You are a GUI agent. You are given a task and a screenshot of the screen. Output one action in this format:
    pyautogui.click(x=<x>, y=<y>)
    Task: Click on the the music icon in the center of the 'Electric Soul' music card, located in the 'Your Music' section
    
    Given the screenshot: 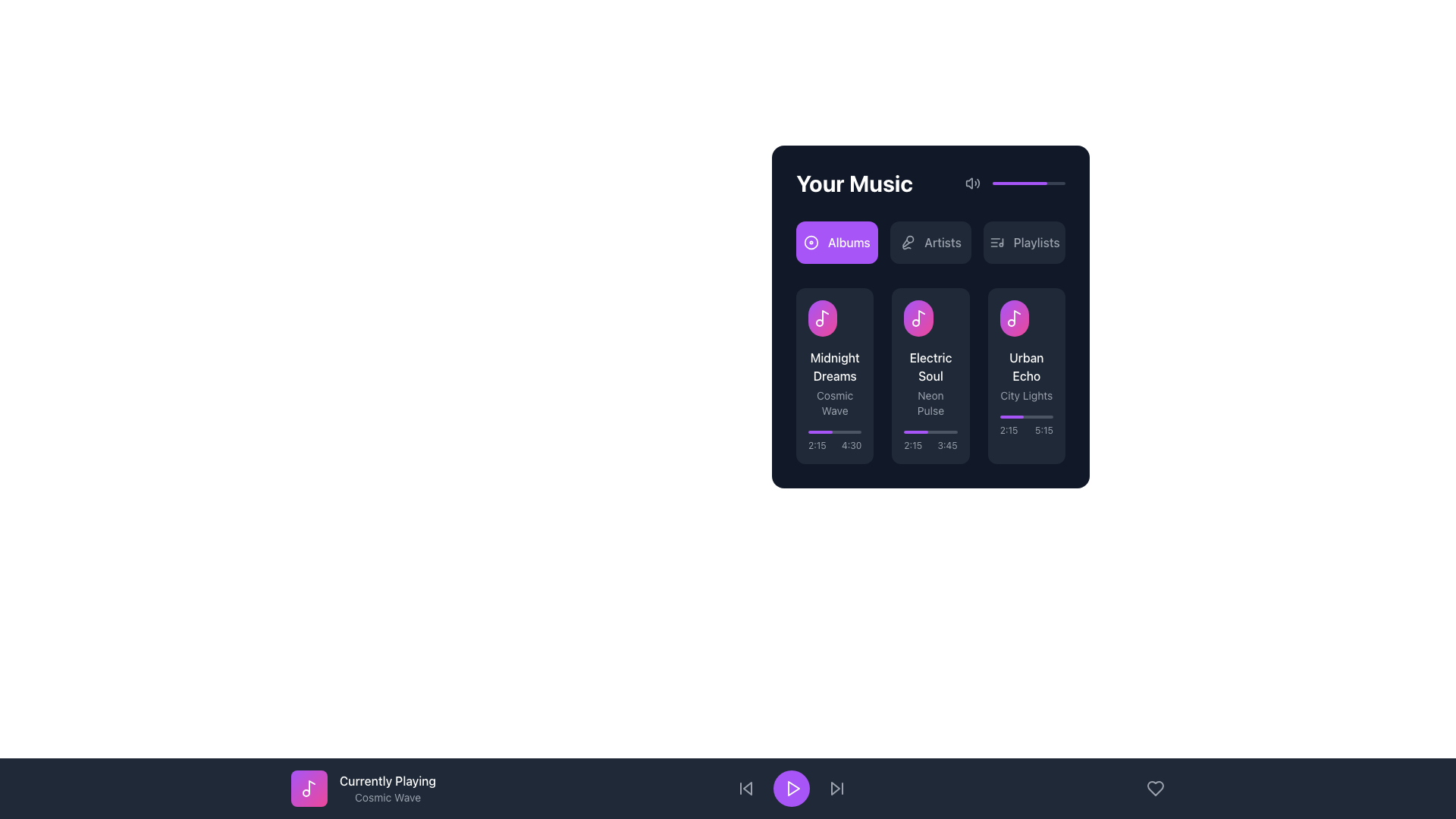 What is the action you would take?
    pyautogui.click(x=918, y=318)
    